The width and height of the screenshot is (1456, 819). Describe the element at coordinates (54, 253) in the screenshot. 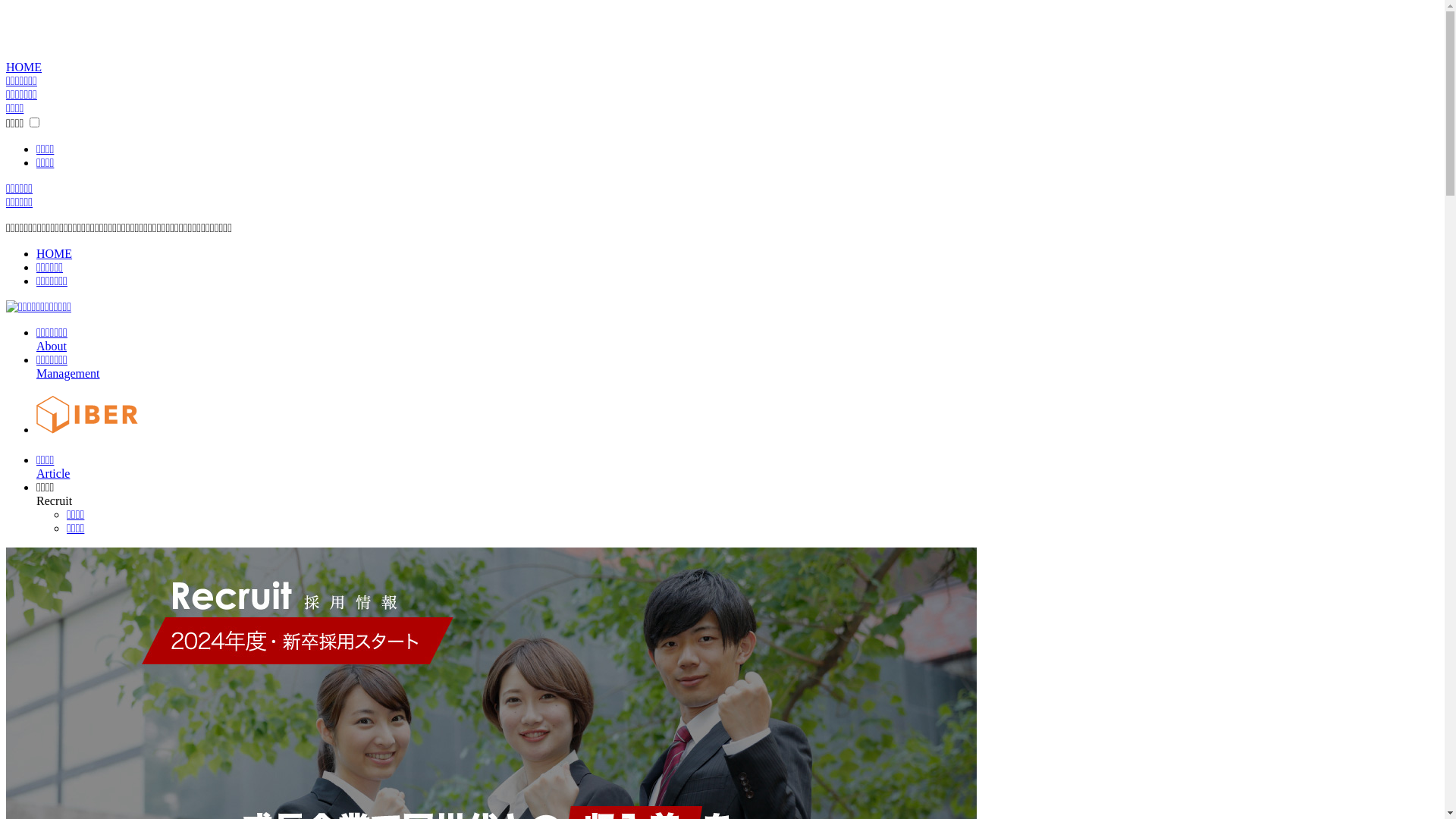

I see `'HOME'` at that location.